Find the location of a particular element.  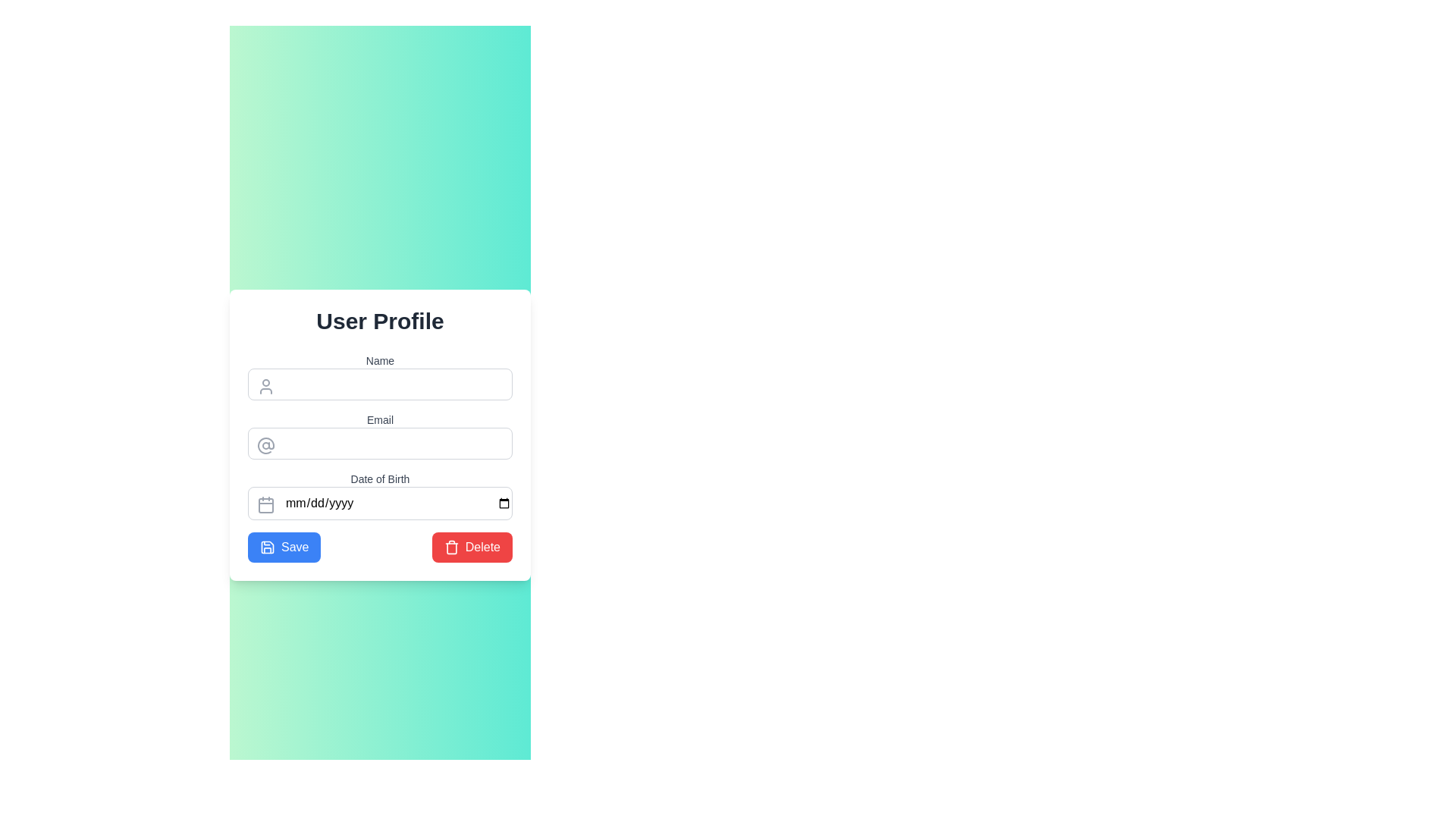

the input field located within the 'User Profile' card is located at coordinates (380, 457).